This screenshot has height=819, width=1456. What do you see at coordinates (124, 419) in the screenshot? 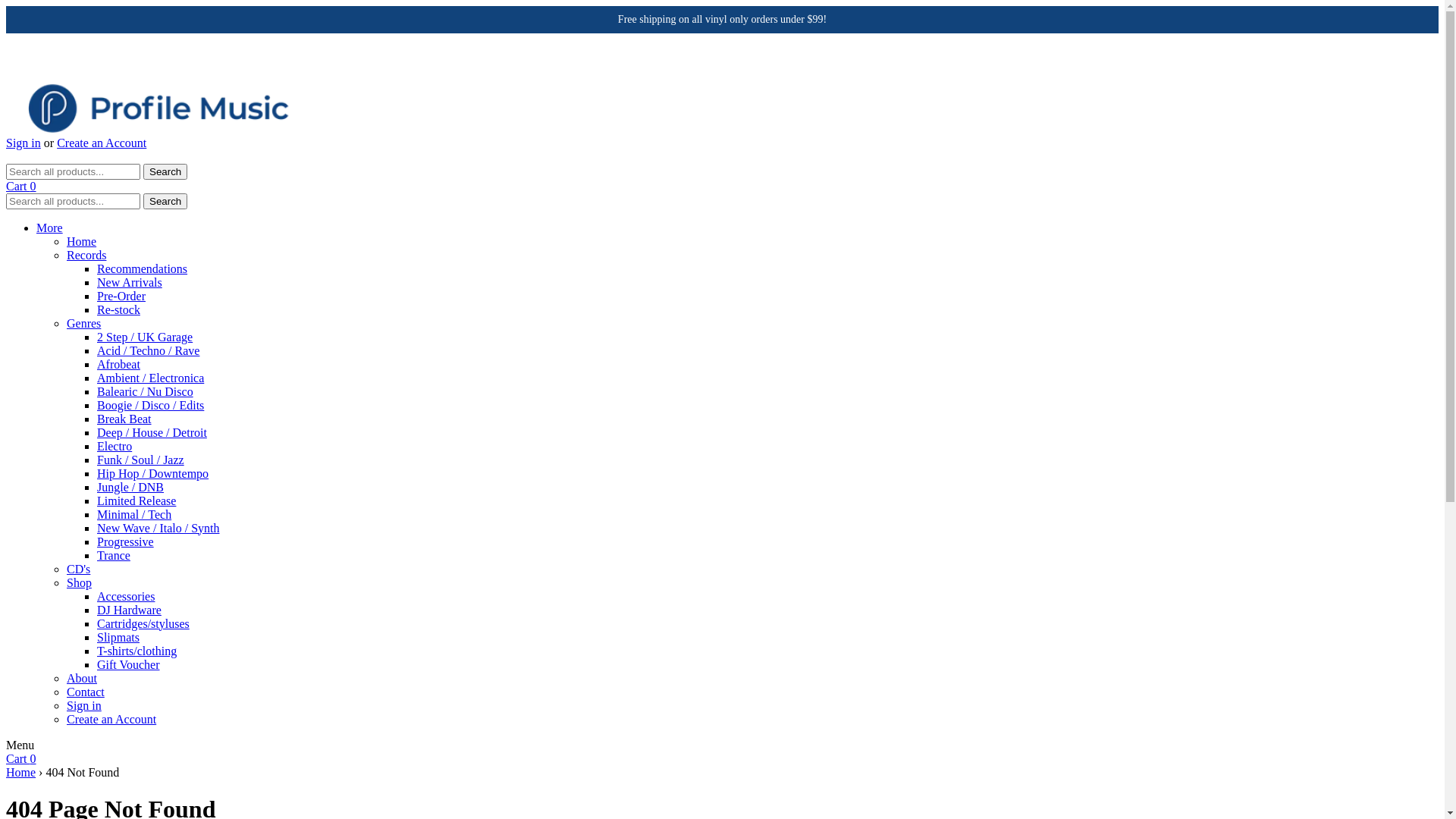
I see `'Break Beat'` at bounding box center [124, 419].